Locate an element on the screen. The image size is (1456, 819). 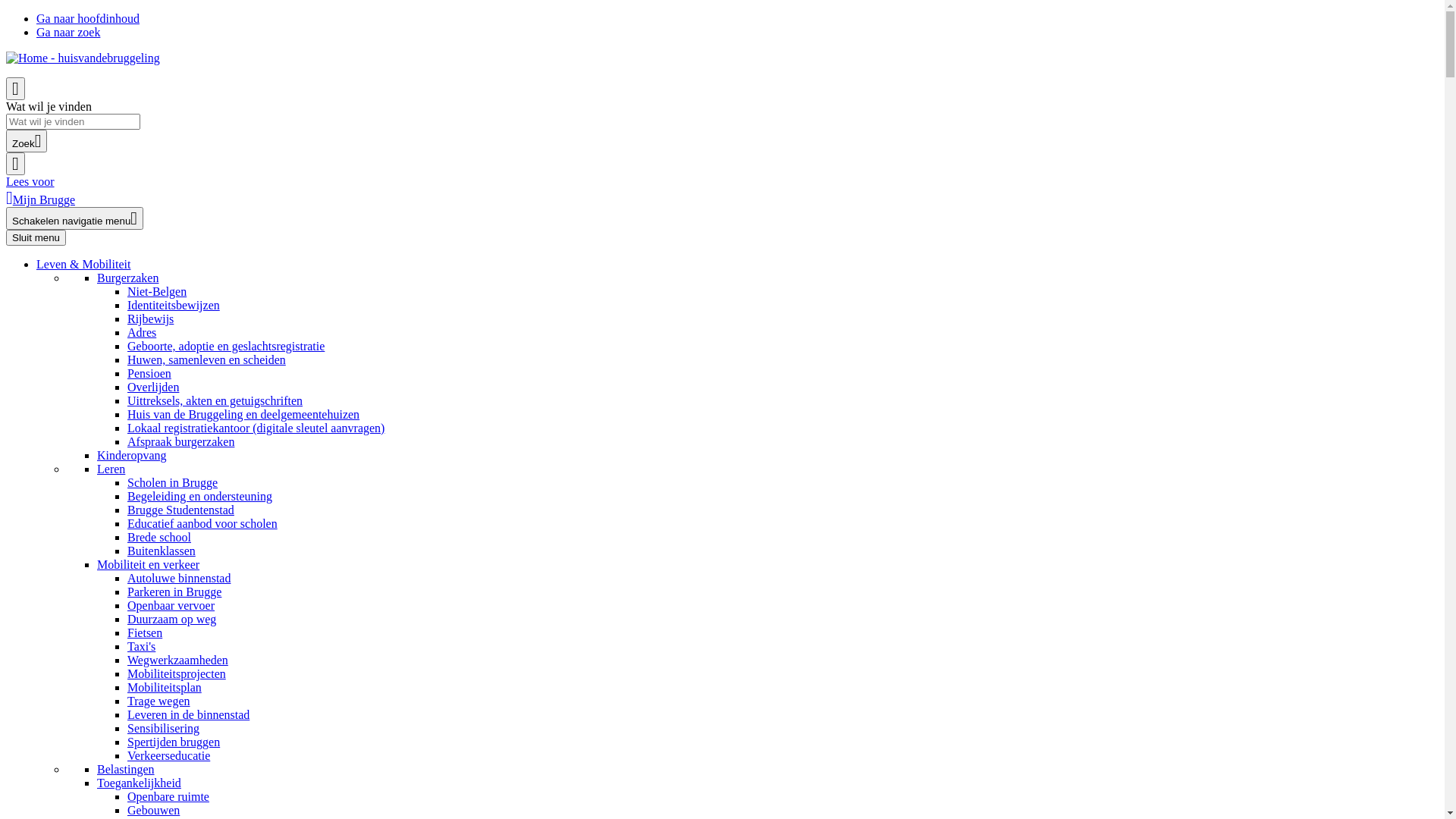
'Sensibilisering' is located at coordinates (163, 727).